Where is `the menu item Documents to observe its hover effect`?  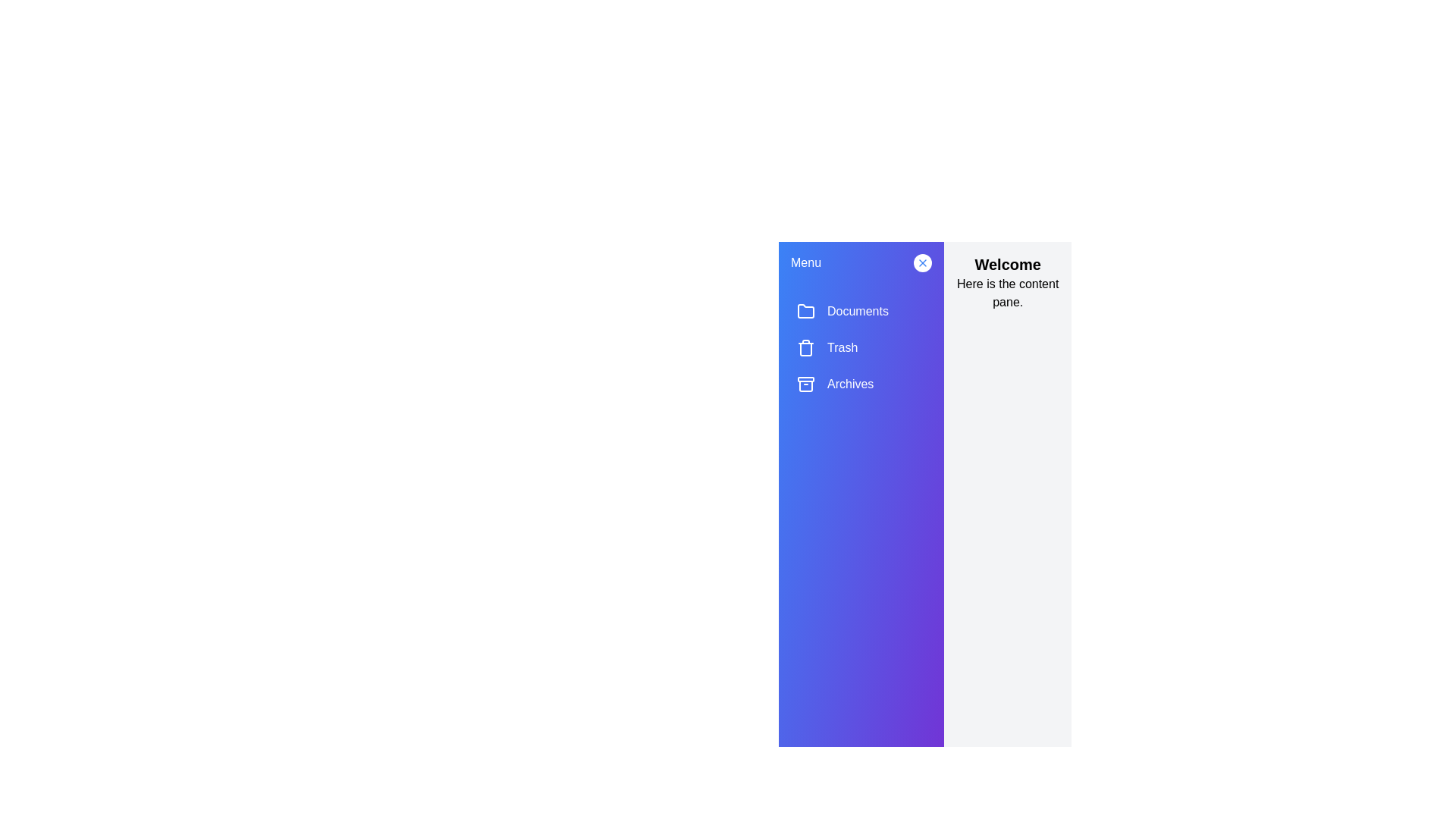 the menu item Documents to observe its hover effect is located at coordinates (861, 311).